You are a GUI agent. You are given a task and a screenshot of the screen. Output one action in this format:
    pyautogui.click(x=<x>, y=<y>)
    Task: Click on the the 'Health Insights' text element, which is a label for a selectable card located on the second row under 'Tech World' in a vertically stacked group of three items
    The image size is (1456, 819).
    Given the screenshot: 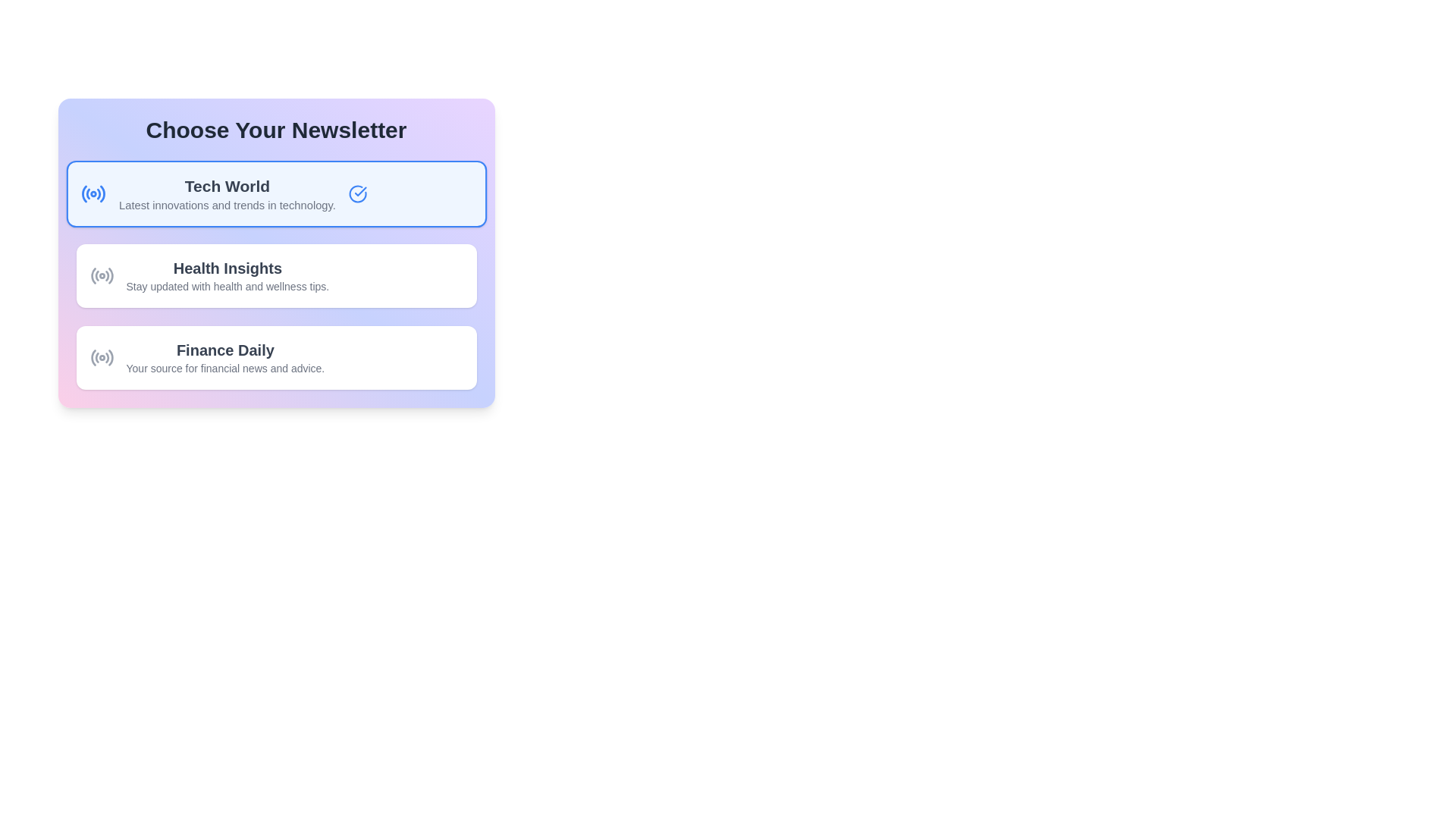 What is the action you would take?
    pyautogui.click(x=227, y=275)
    